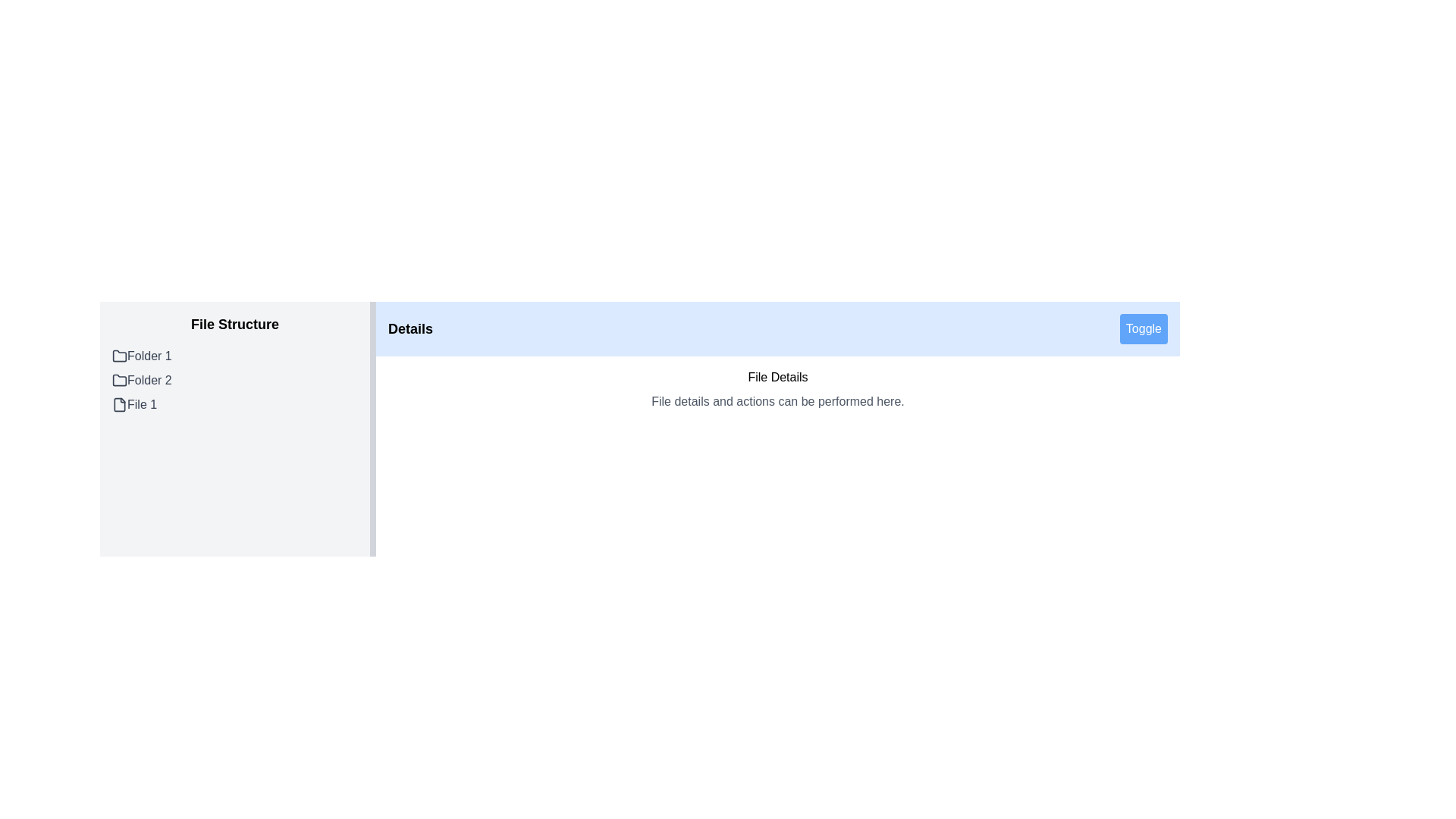  I want to click on the folder icon, which is an outlined folder shape in a minimalist style, located to the left of the text 'Folder 2' under 'File Structure', so click(119, 379).